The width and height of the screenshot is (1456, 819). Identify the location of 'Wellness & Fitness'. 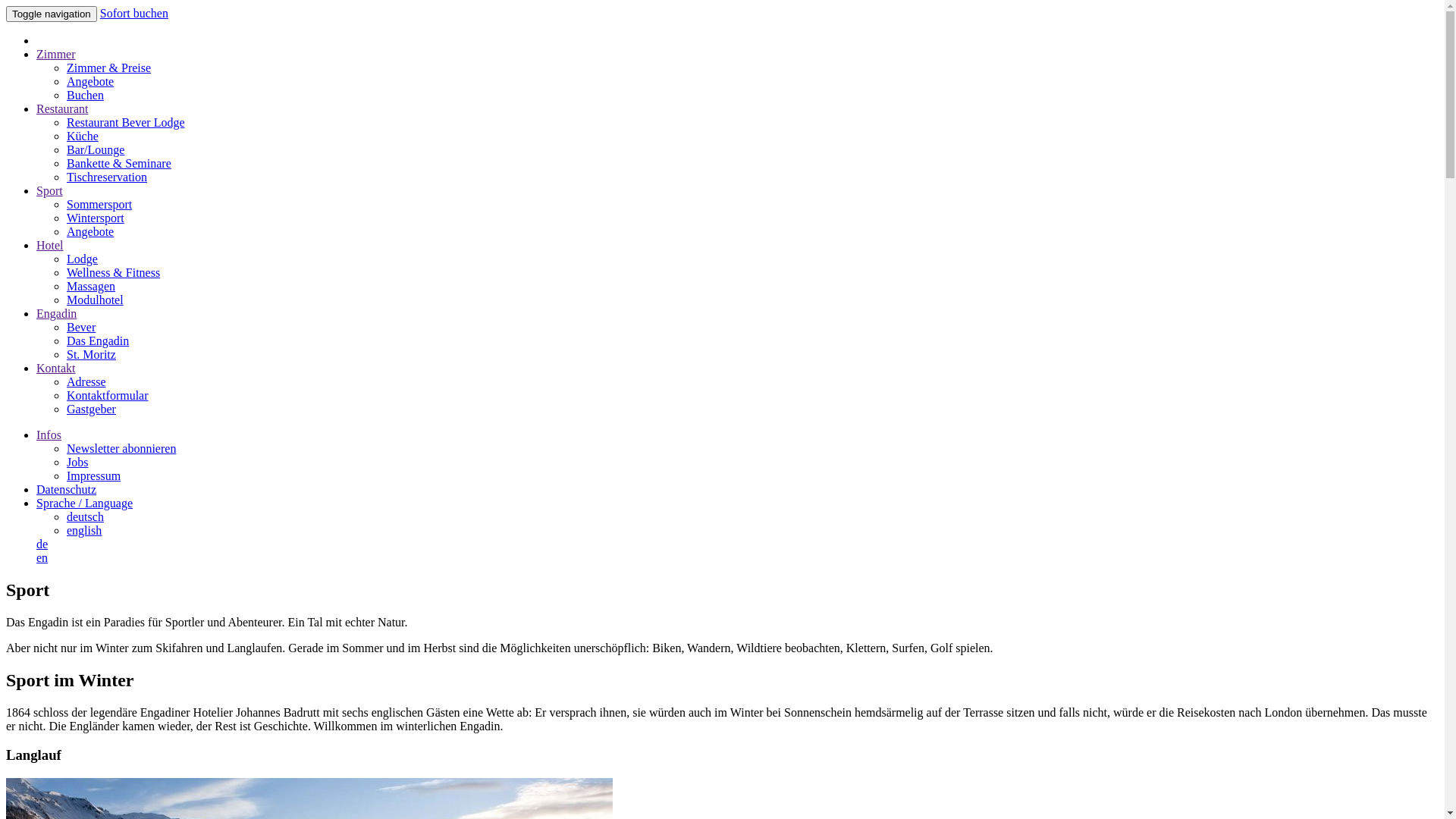
(65, 271).